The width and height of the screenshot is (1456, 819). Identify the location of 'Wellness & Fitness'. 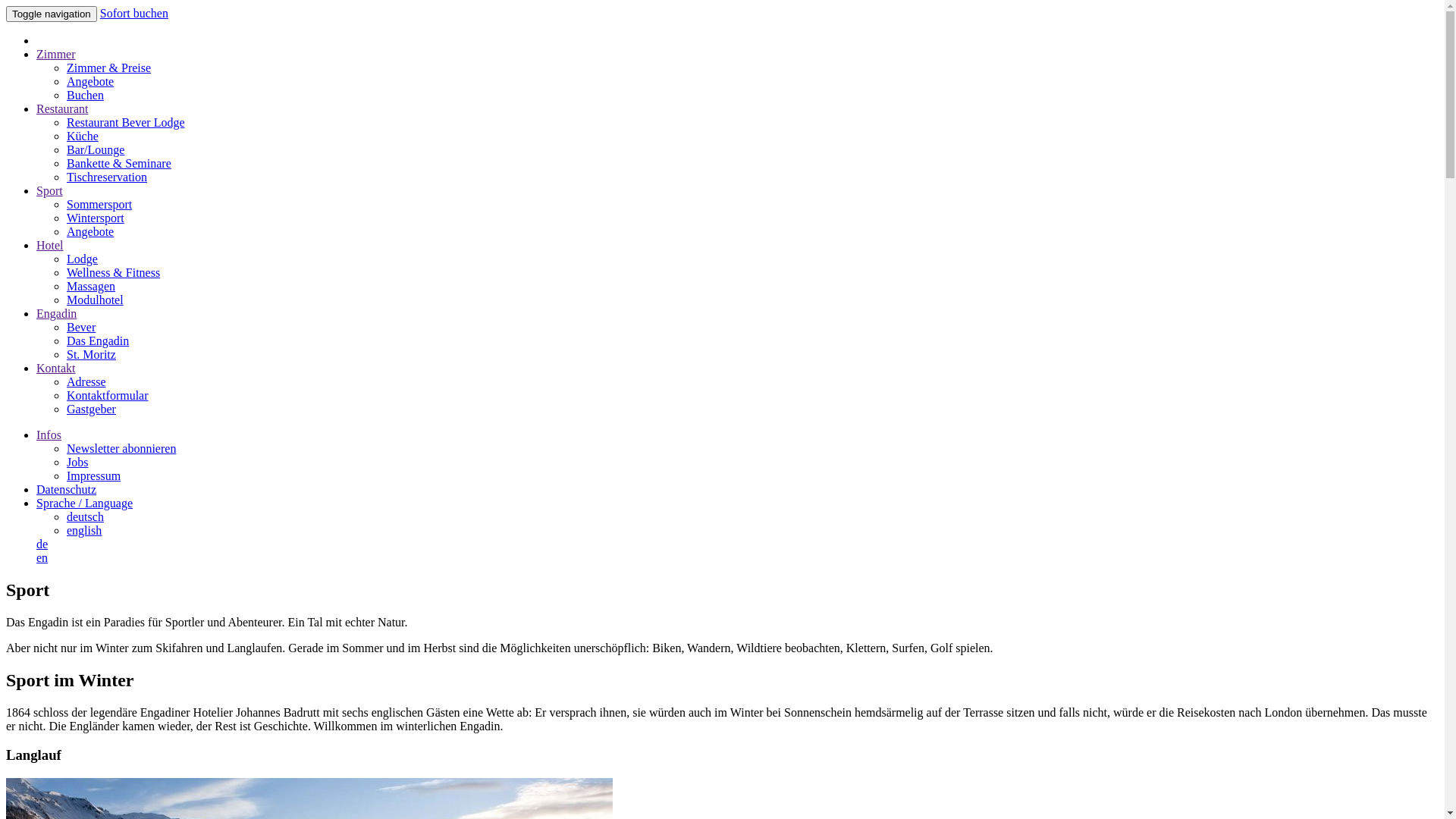
(65, 271).